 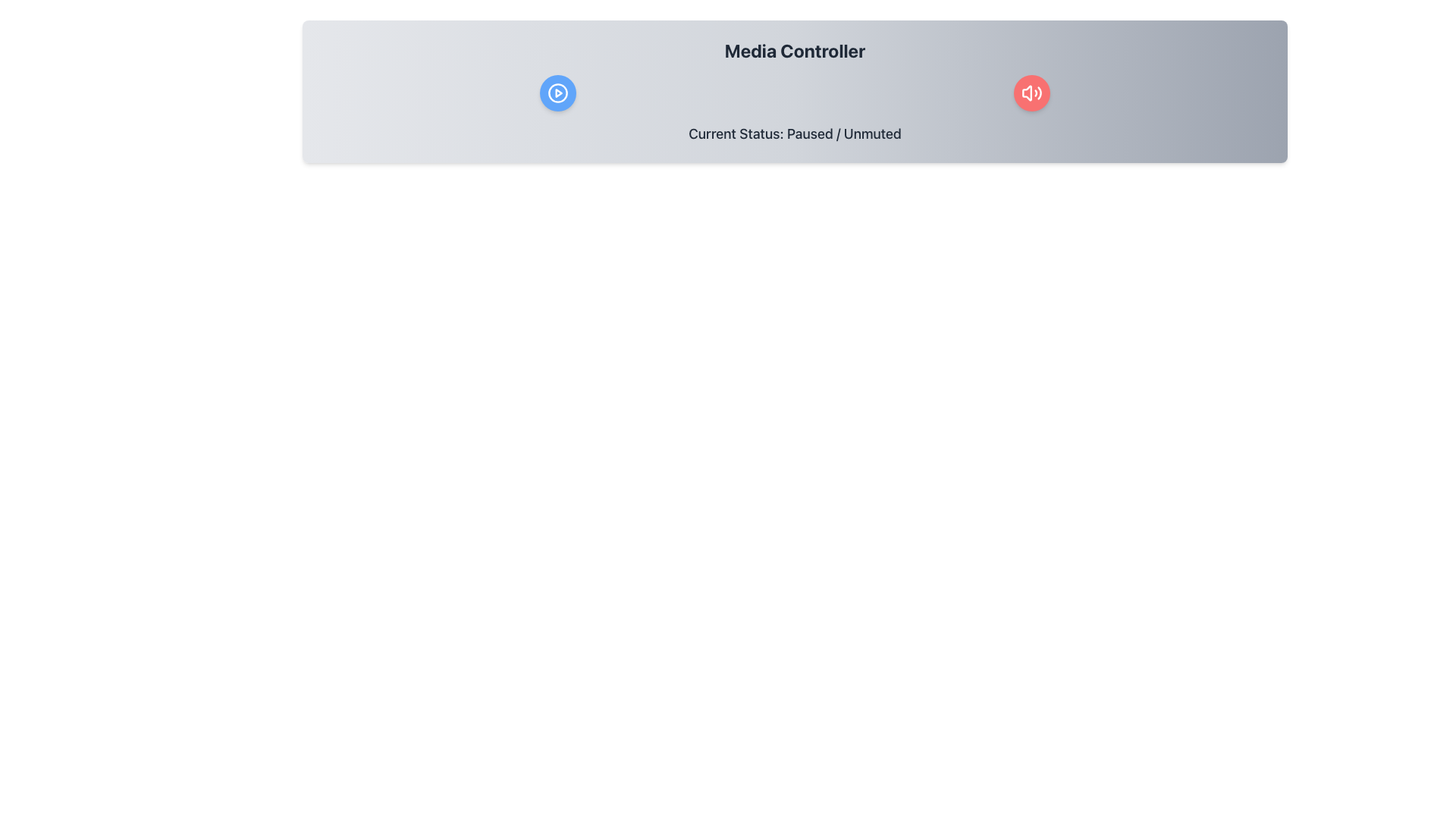 I want to click on the media playback control button, which is located at the far left of two similar buttons in a horizontal arrangement, so click(x=557, y=93).